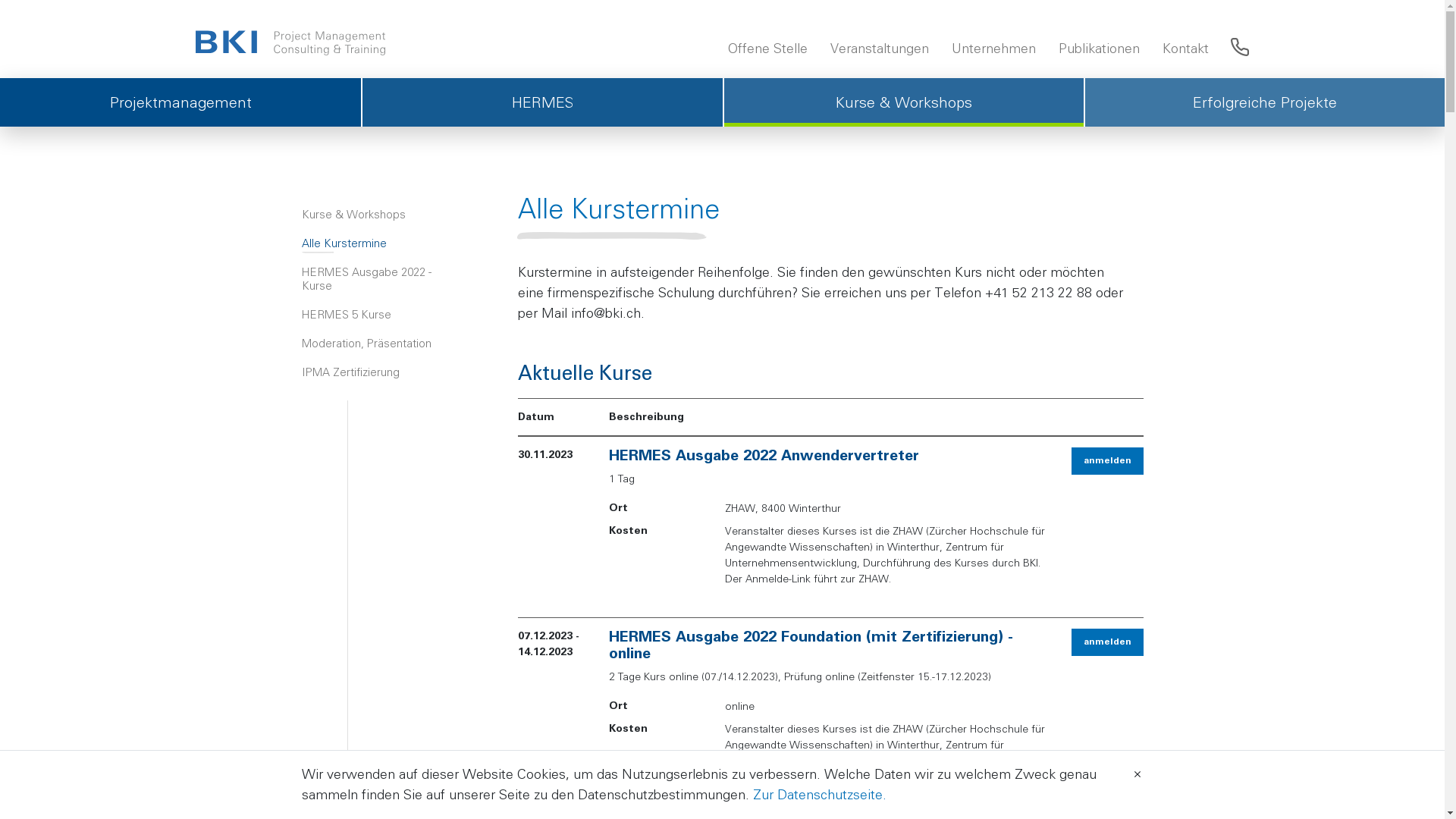 The width and height of the screenshot is (1456, 819). I want to click on 'HERMES Ausgabe 2022 Foundation (mit Zertifizierung) - online', so click(810, 645).